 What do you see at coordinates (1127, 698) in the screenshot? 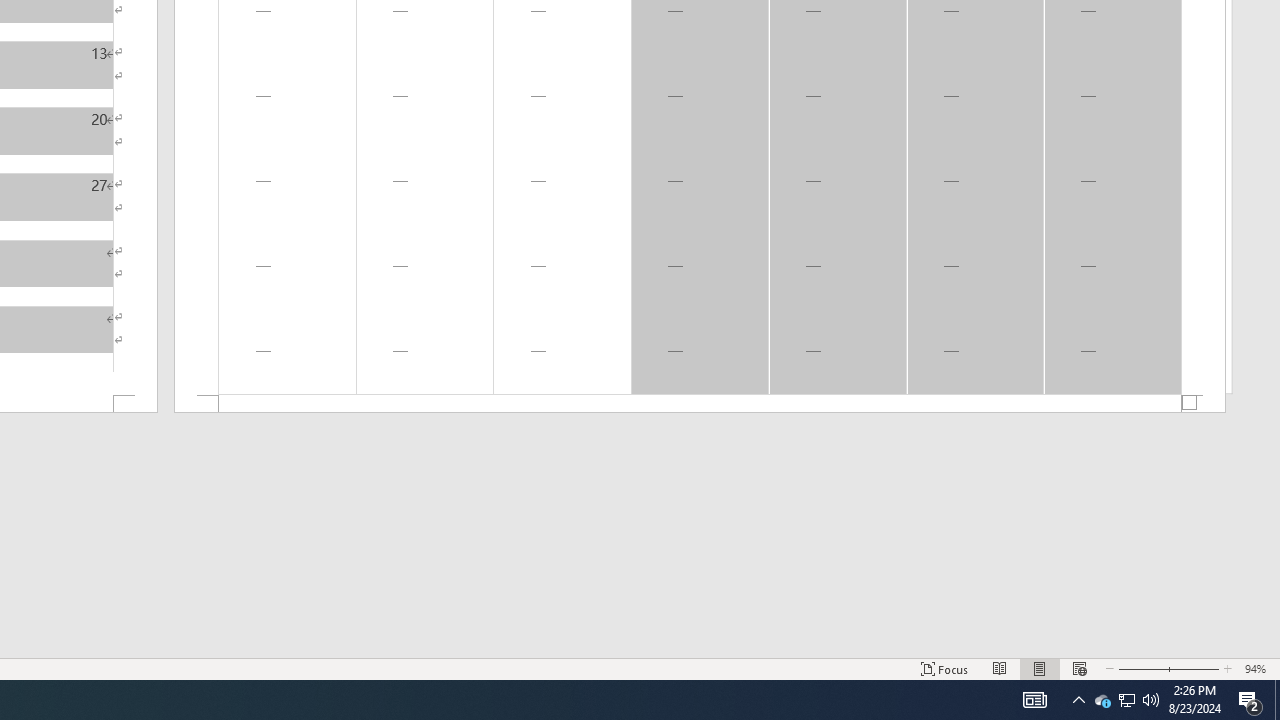
I see `'User Promoted Notification Area'` at bounding box center [1127, 698].